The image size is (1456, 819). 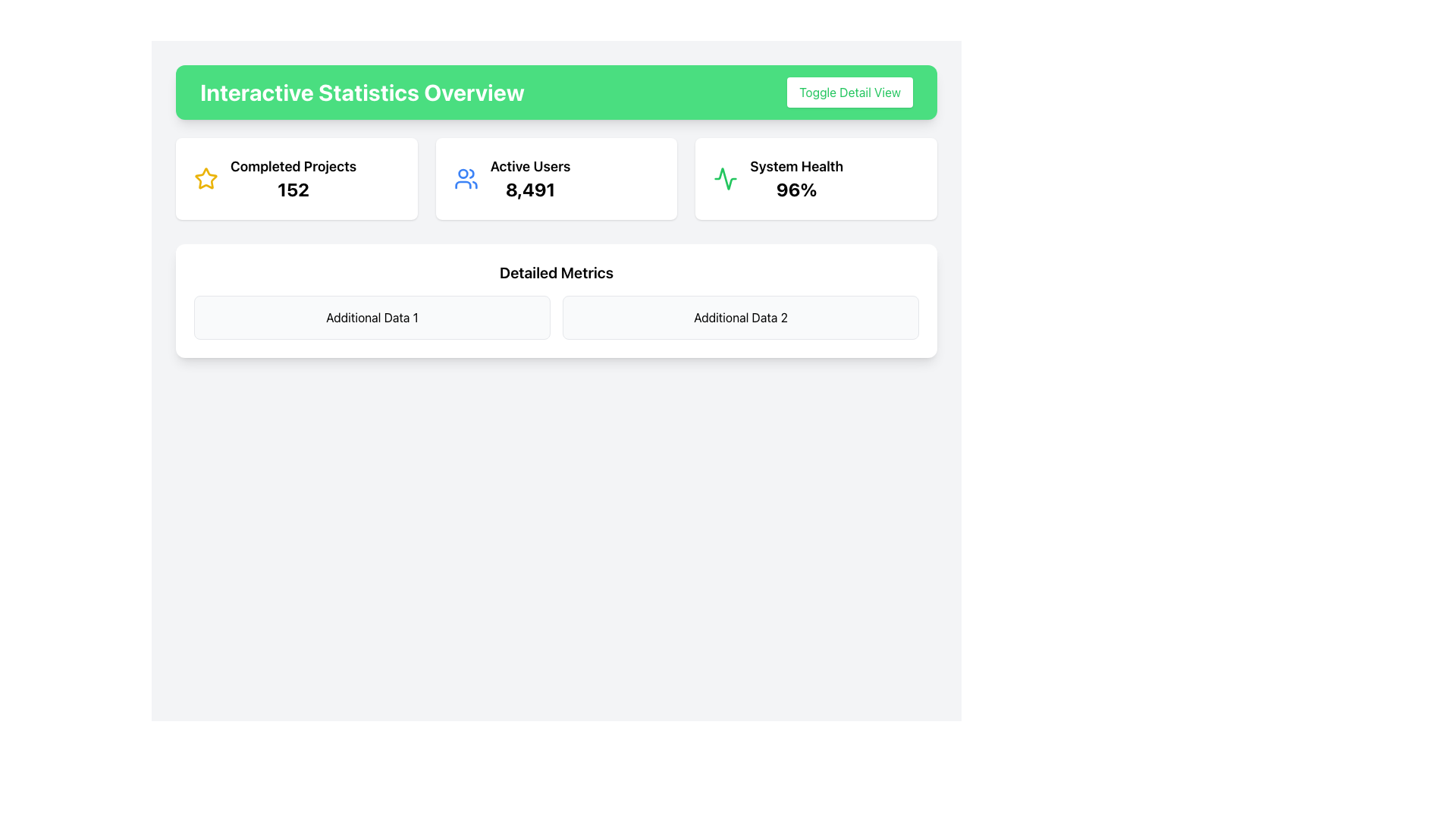 I want to click on the statistics card displaying the count of completed projects in the upper-left section of the grid, so click(x=297, y=177).